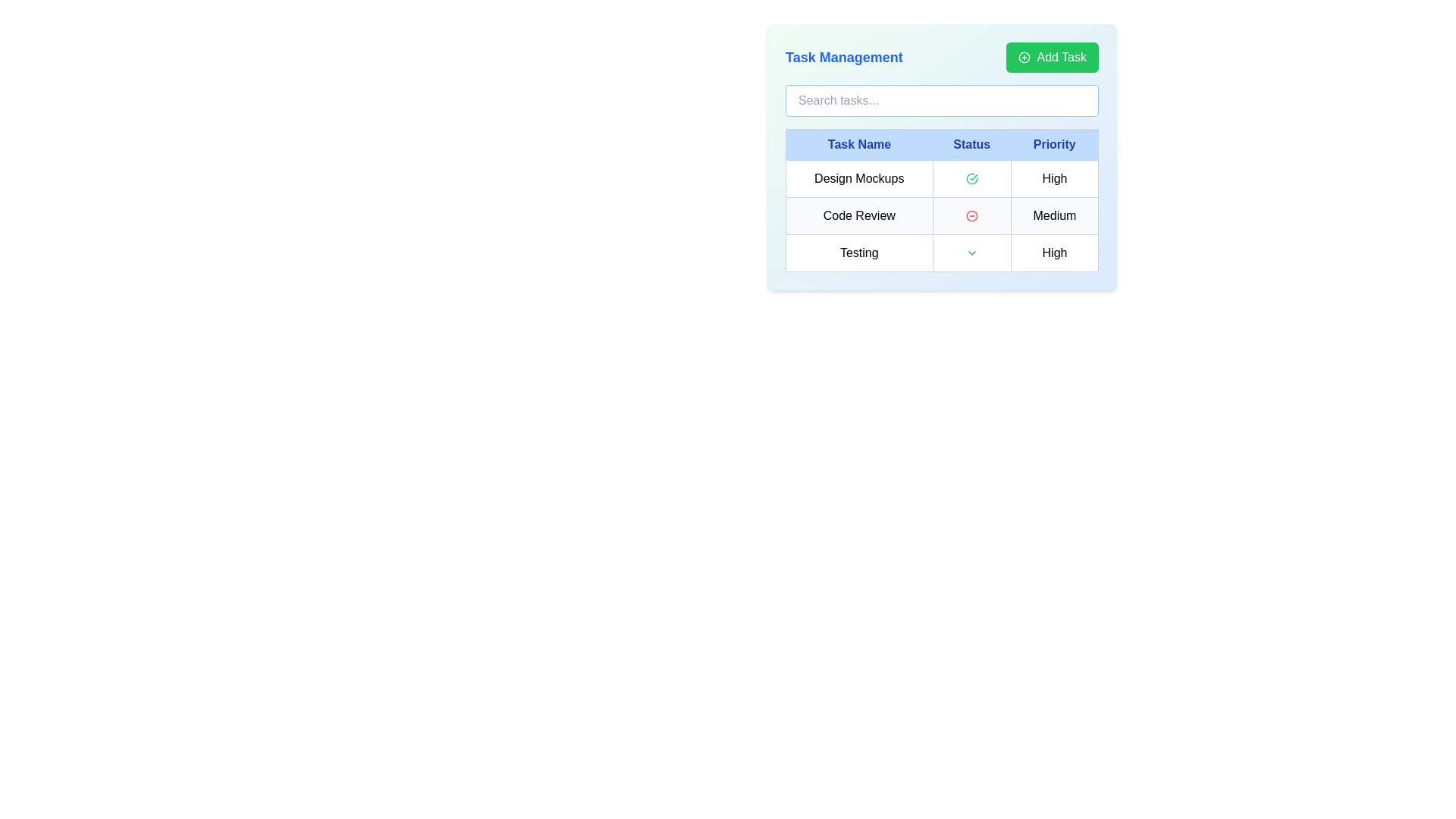 The image size is (1456, 819). What do you see at coordinates (859, 216) in the screenshot?
I see `the non-interactive table cell displaying the task name 'Code Review' located in the second row under the 'Task Name' column` at bounding box center [859, 216].